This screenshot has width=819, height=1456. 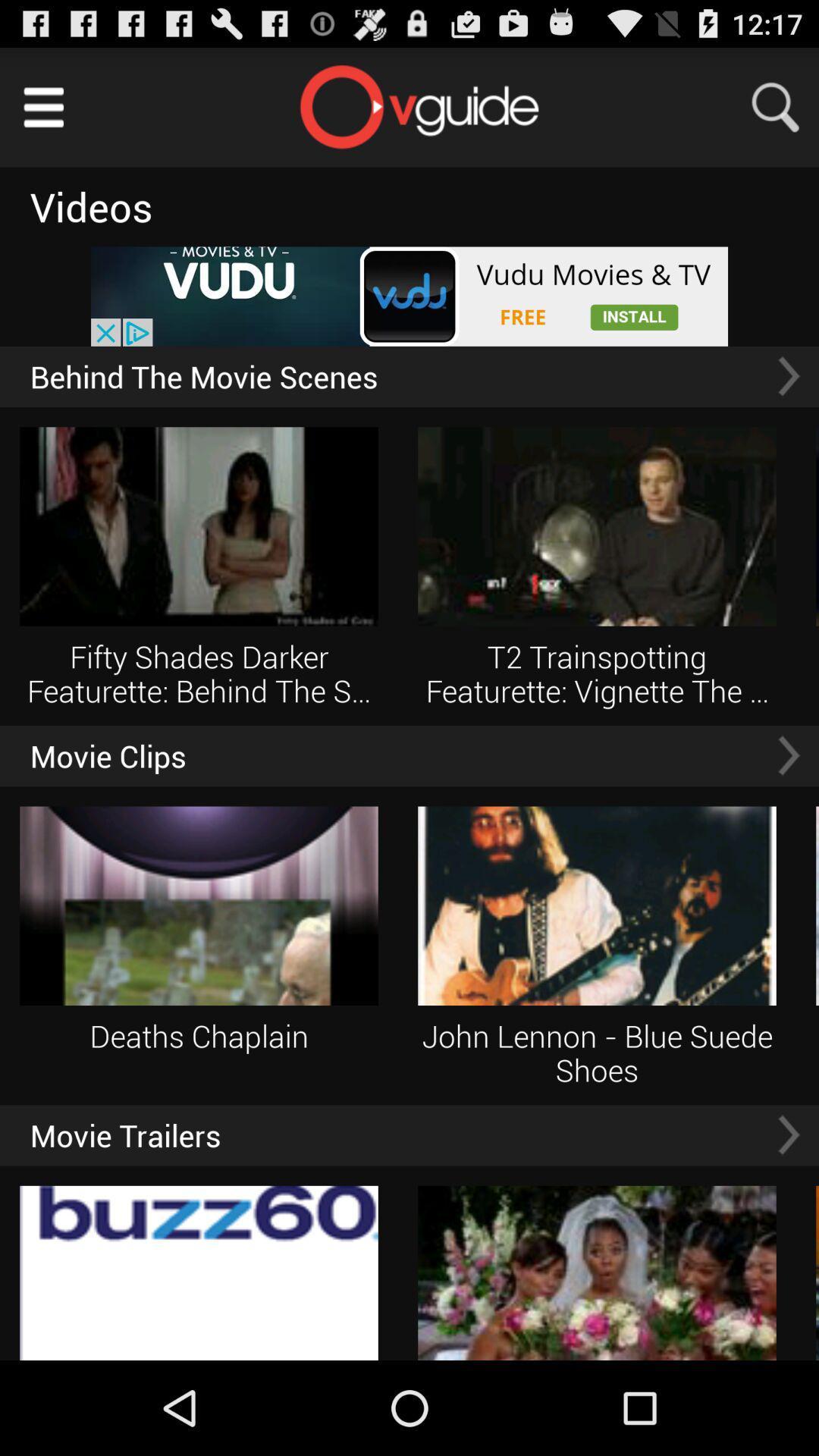 I want to click on more movie trailers, so click(x=788, y=1134).